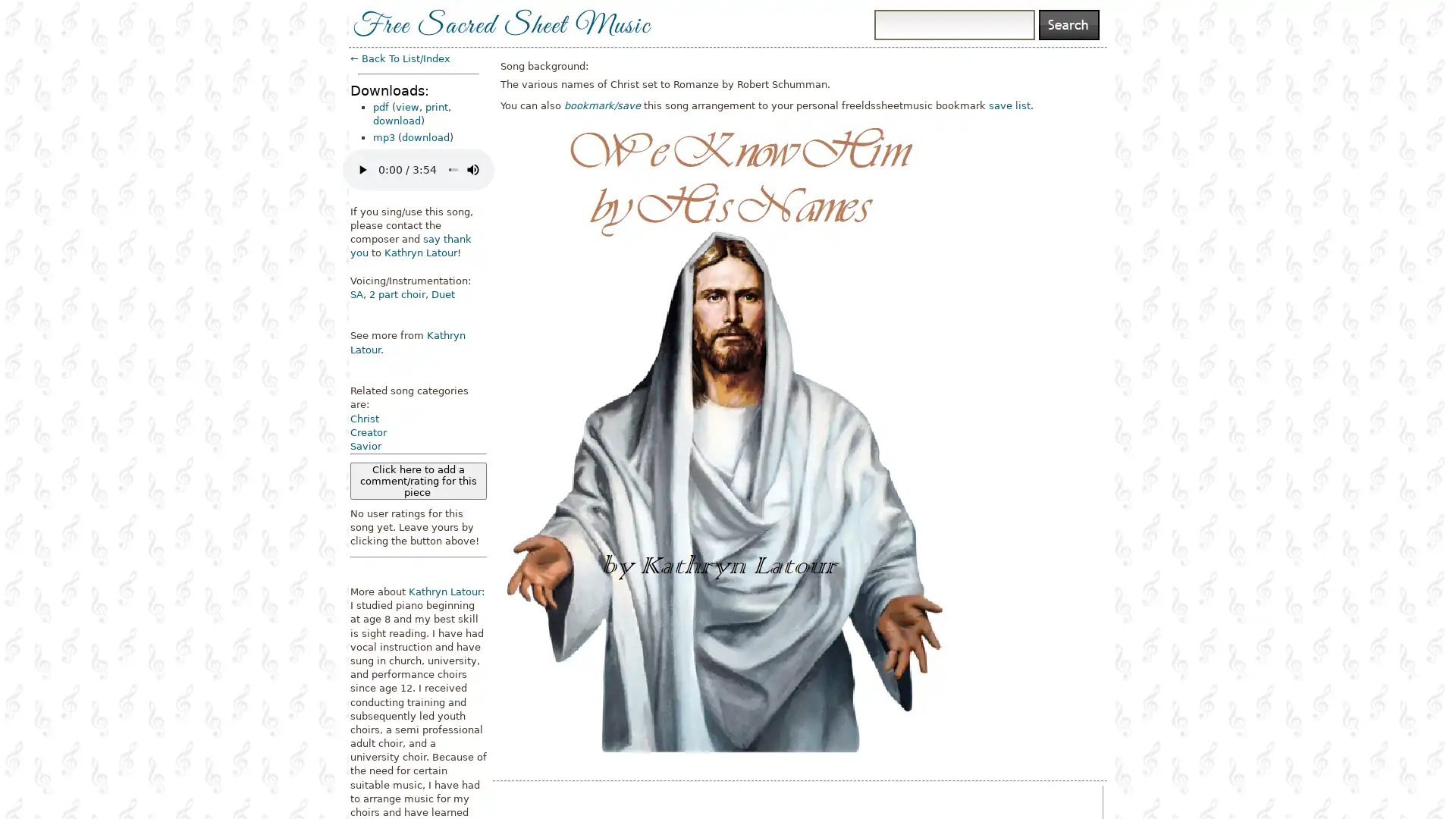 Image resolution: width=1456 pixels, height=819 pixels. What do you see at coordinates (472, 169) in the screenshot?
I see `mute` at bounding box center [472, 169].